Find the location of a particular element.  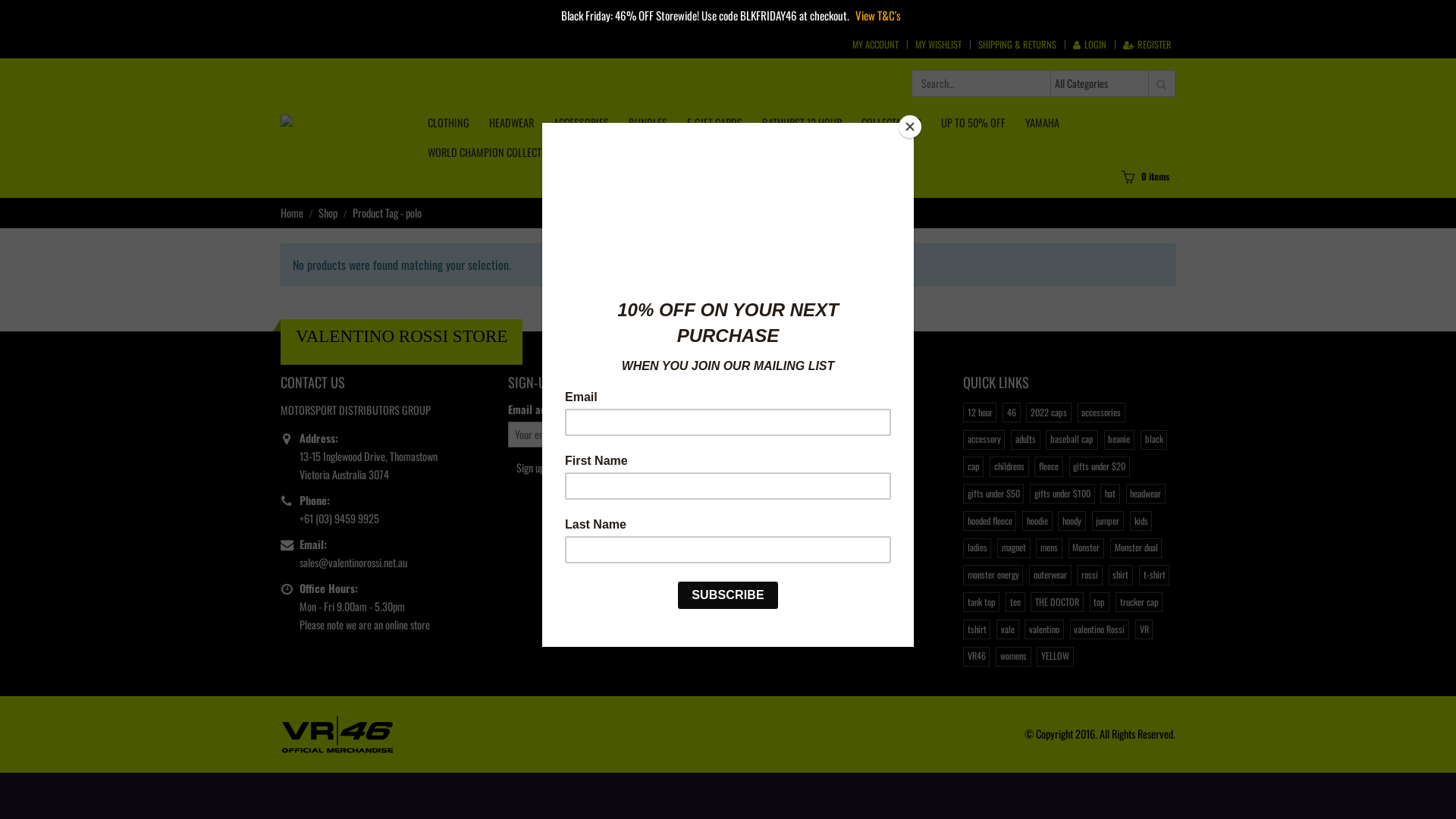

'MY ACCOUNT' is located at coordinates (875, 43).